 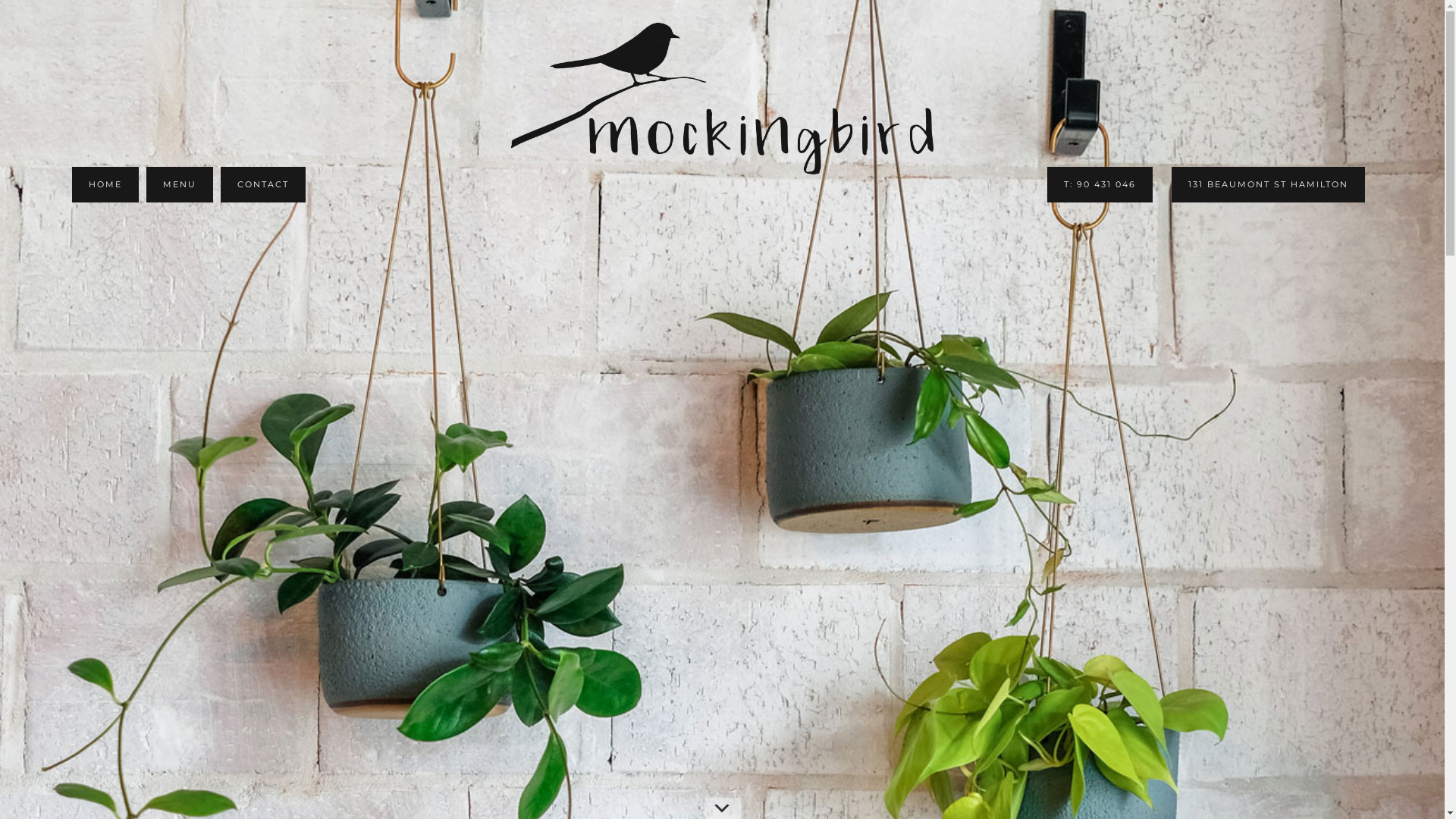 I want to click on 'MOCKINGBIRD CAFE NEWCASTLE', so click(x=721, y=99).